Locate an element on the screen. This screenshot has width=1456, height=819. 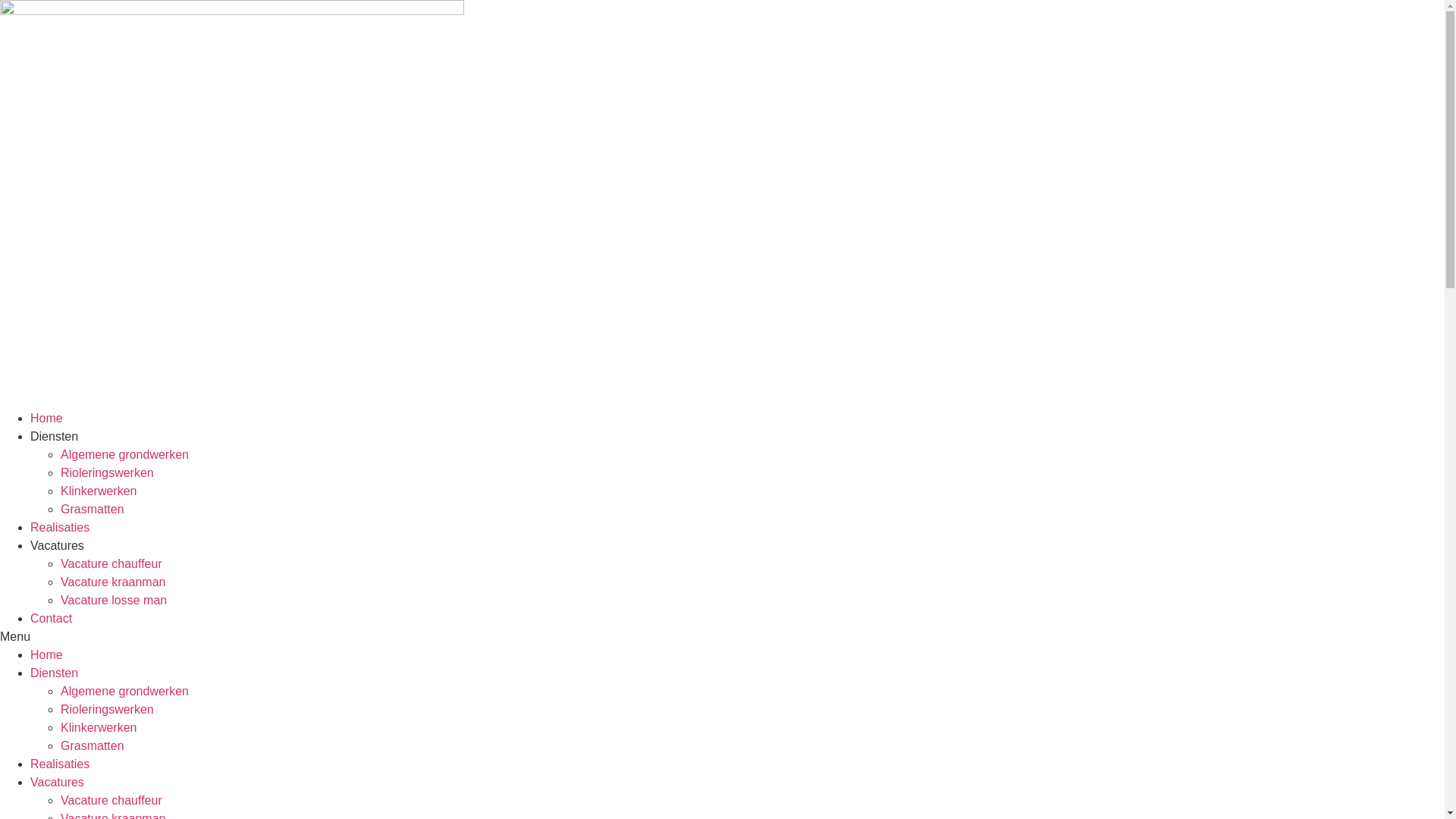
'Vacatures' is located at coordinates (30, 544).